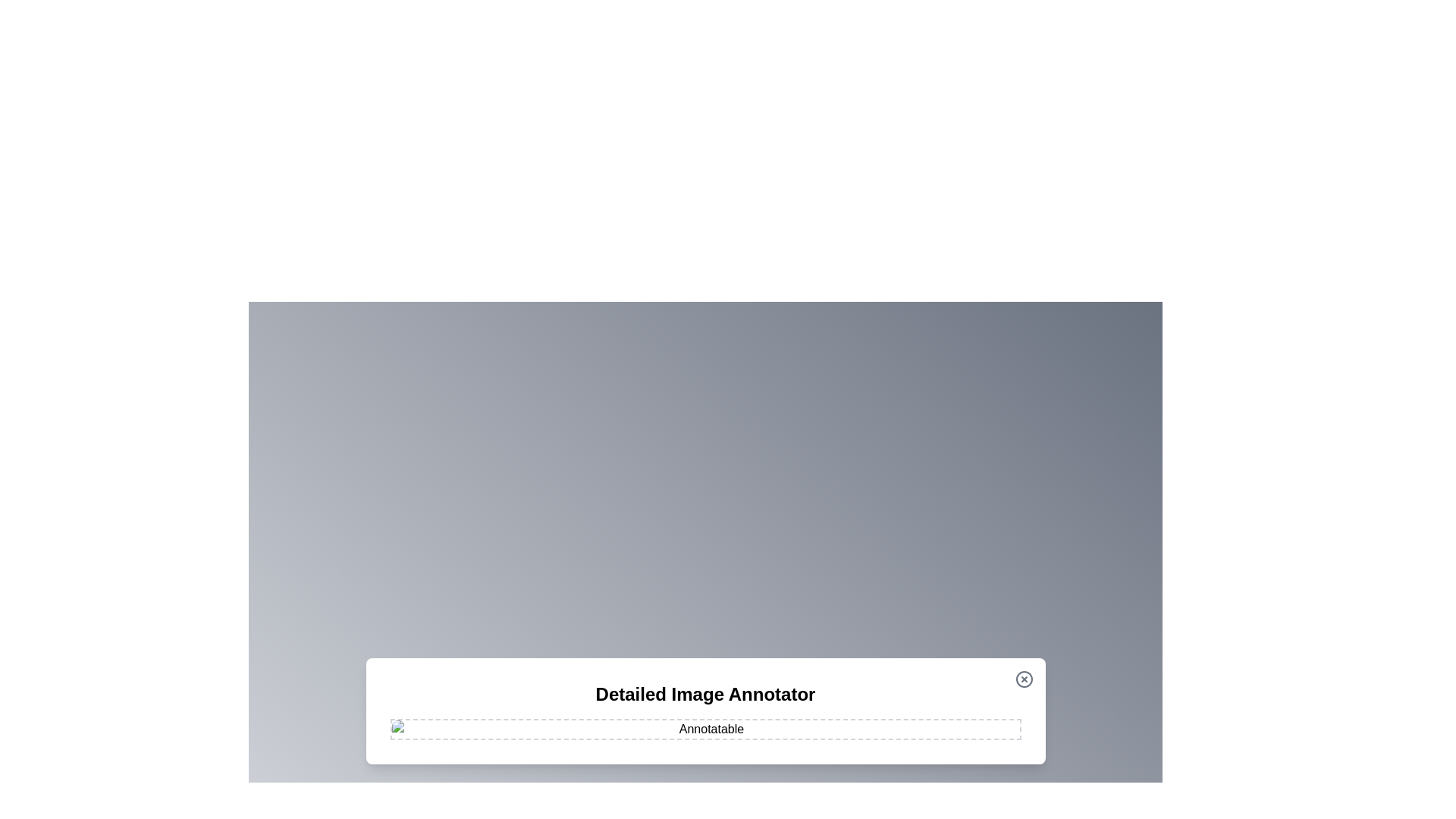 This screenshot has height=819, width=1456. I want to click on the image at coordinates (537, 954) to add an annotation, so click(407, 722).